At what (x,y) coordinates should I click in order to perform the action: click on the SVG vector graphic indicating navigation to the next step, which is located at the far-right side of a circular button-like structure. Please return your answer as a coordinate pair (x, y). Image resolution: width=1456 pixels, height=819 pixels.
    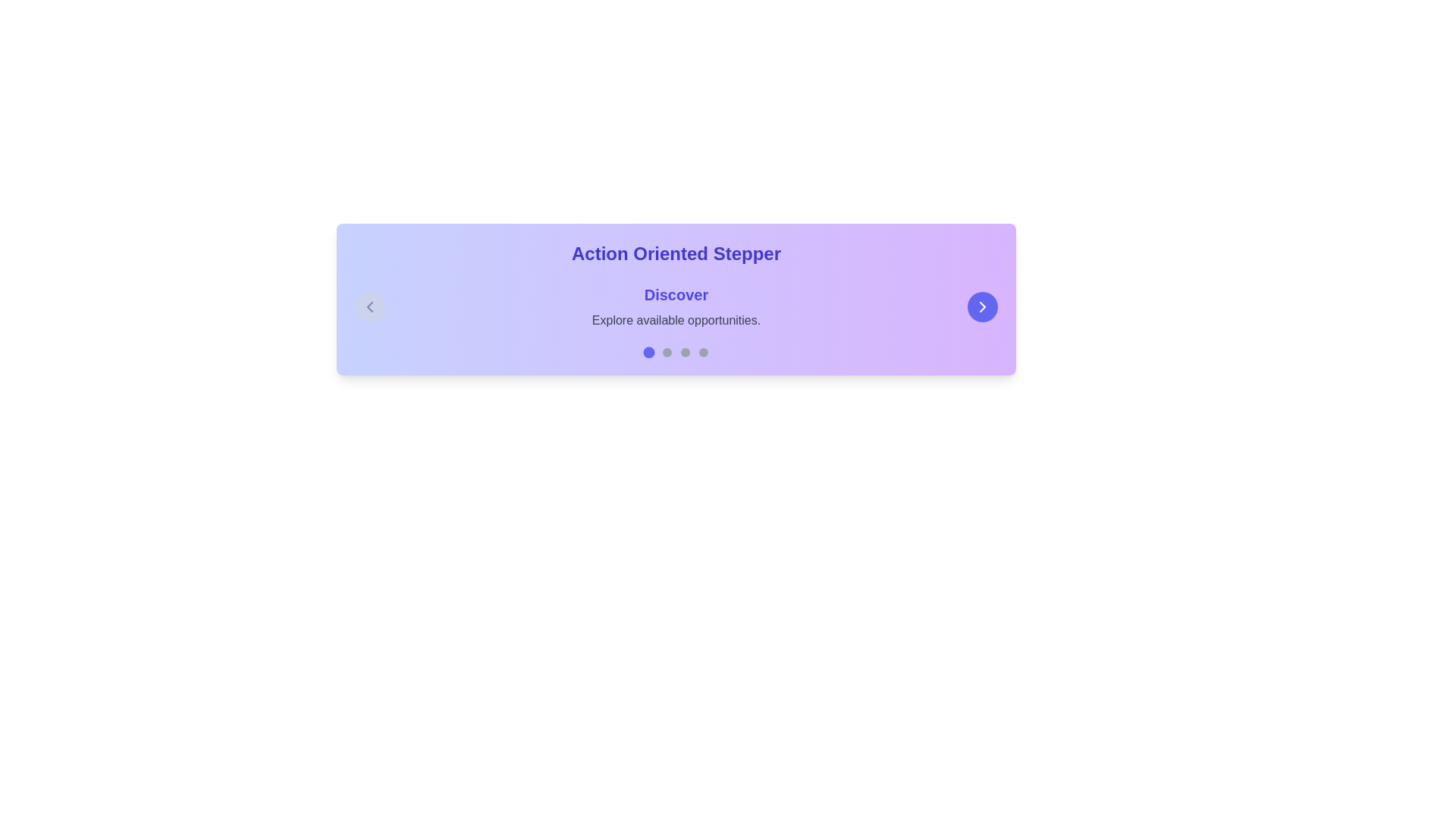
    Looking at the image, I should click on (983, 307).